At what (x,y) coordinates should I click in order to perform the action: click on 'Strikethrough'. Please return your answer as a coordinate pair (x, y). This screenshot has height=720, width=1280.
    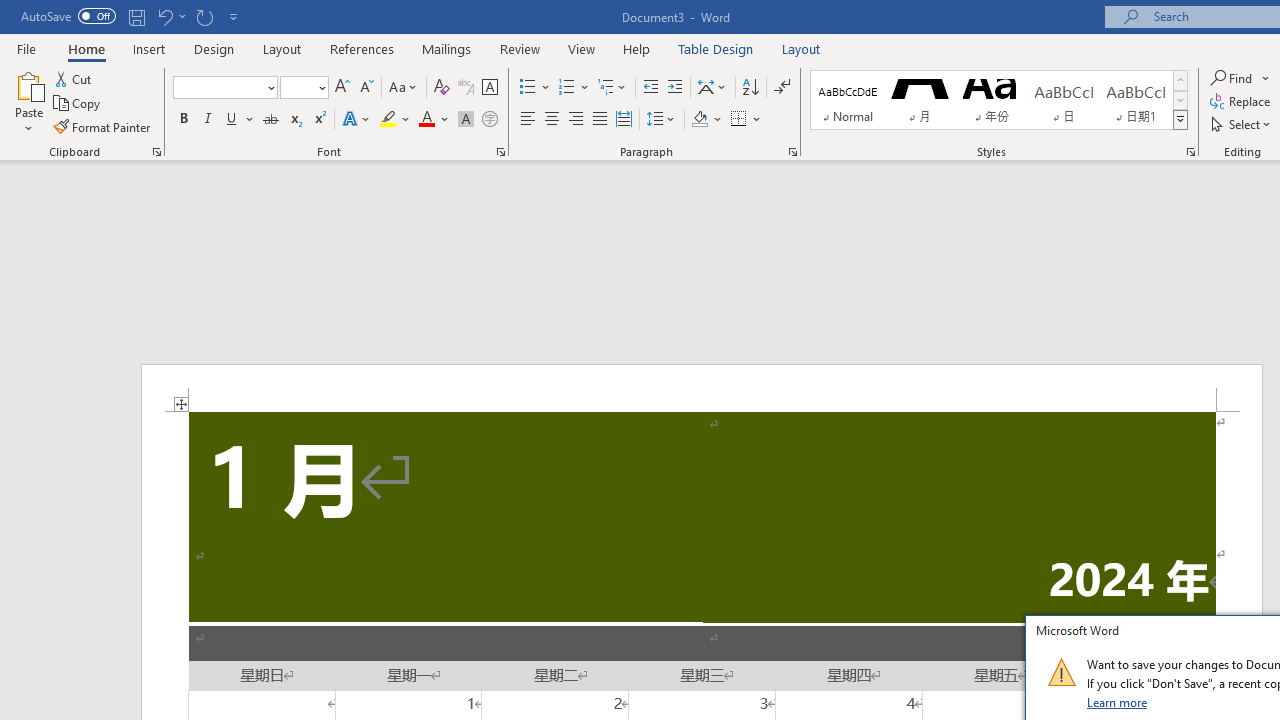
    Looking at the image, I should click on (269, 119).